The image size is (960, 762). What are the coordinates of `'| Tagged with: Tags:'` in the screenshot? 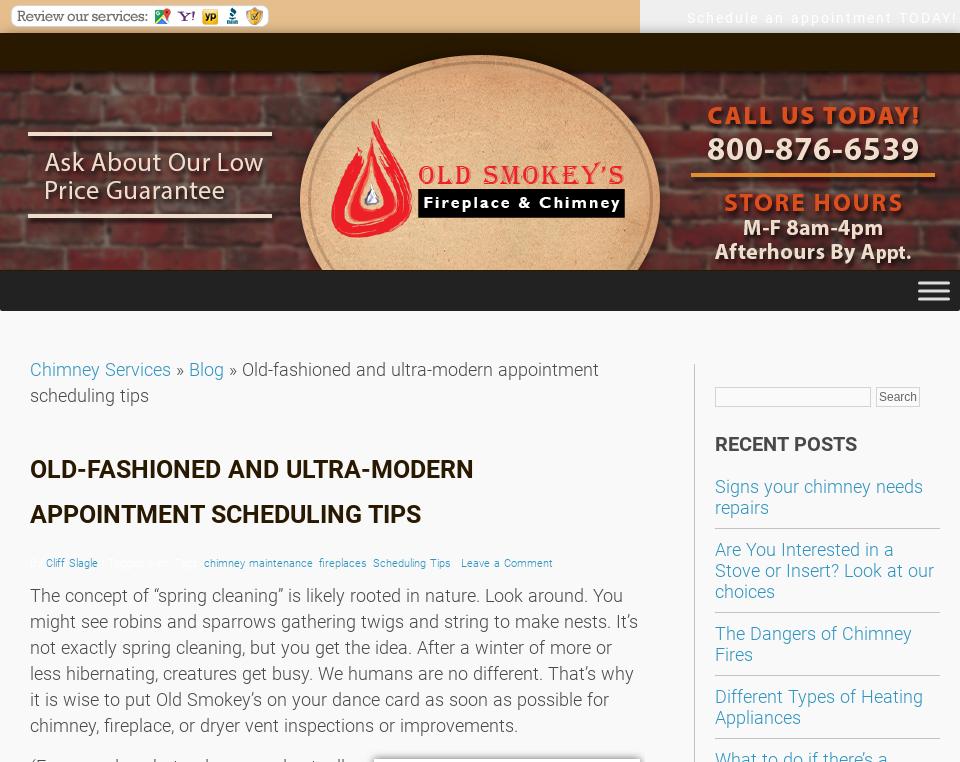 It's located at (98, 562).